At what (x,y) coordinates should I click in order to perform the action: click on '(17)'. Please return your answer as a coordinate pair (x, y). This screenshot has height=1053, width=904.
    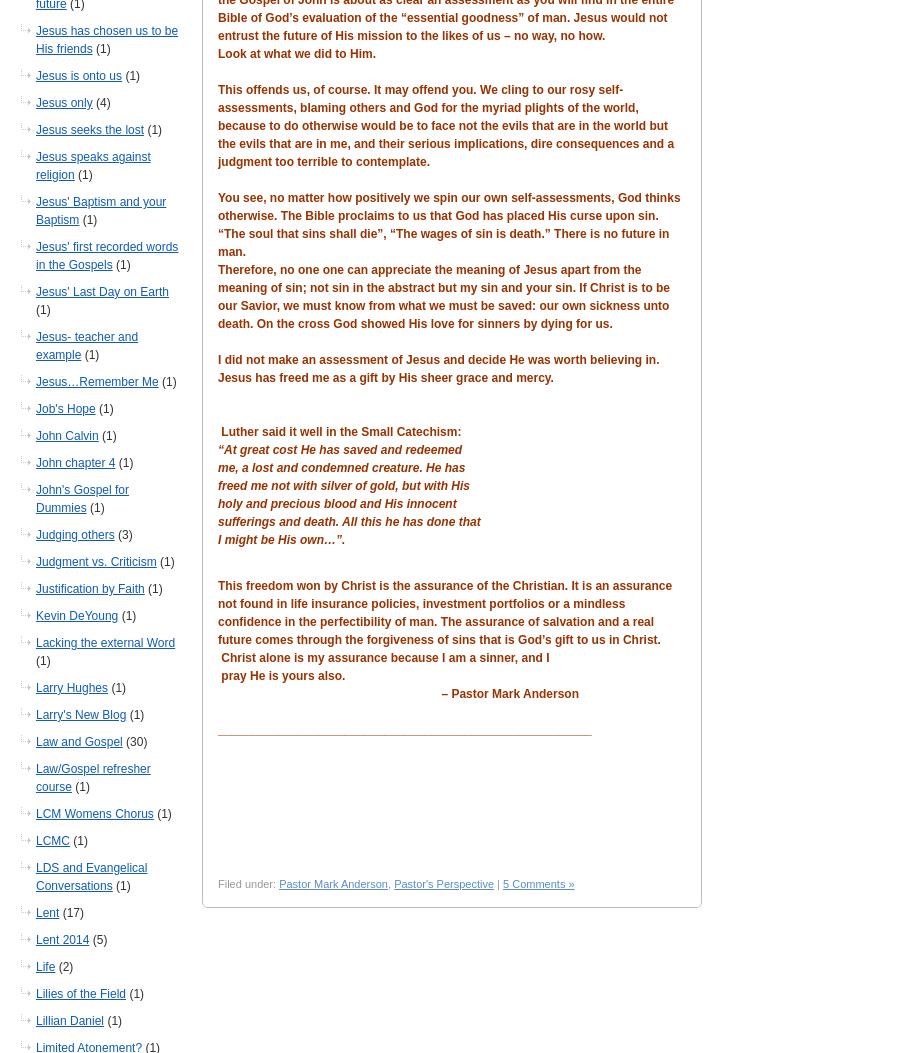
    Looking at the image, I should click on (59, 911).